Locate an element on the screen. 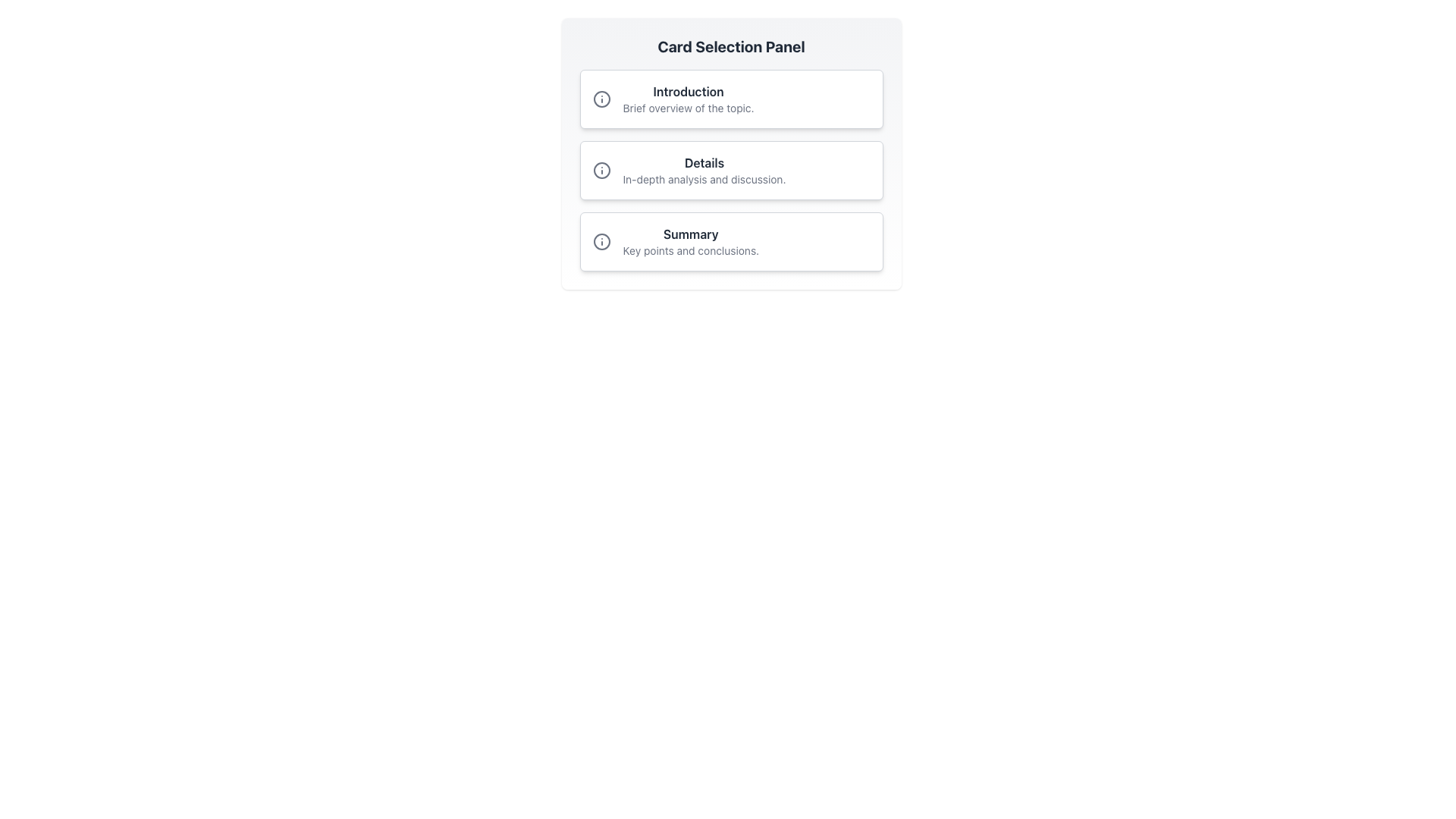 This screenshot has height=819, width=1456. the text element that reads 'In-depth analysis and discussion.' located directly below the 'Details' title in the second card of the vertical list is located at coordinates (703, 178).